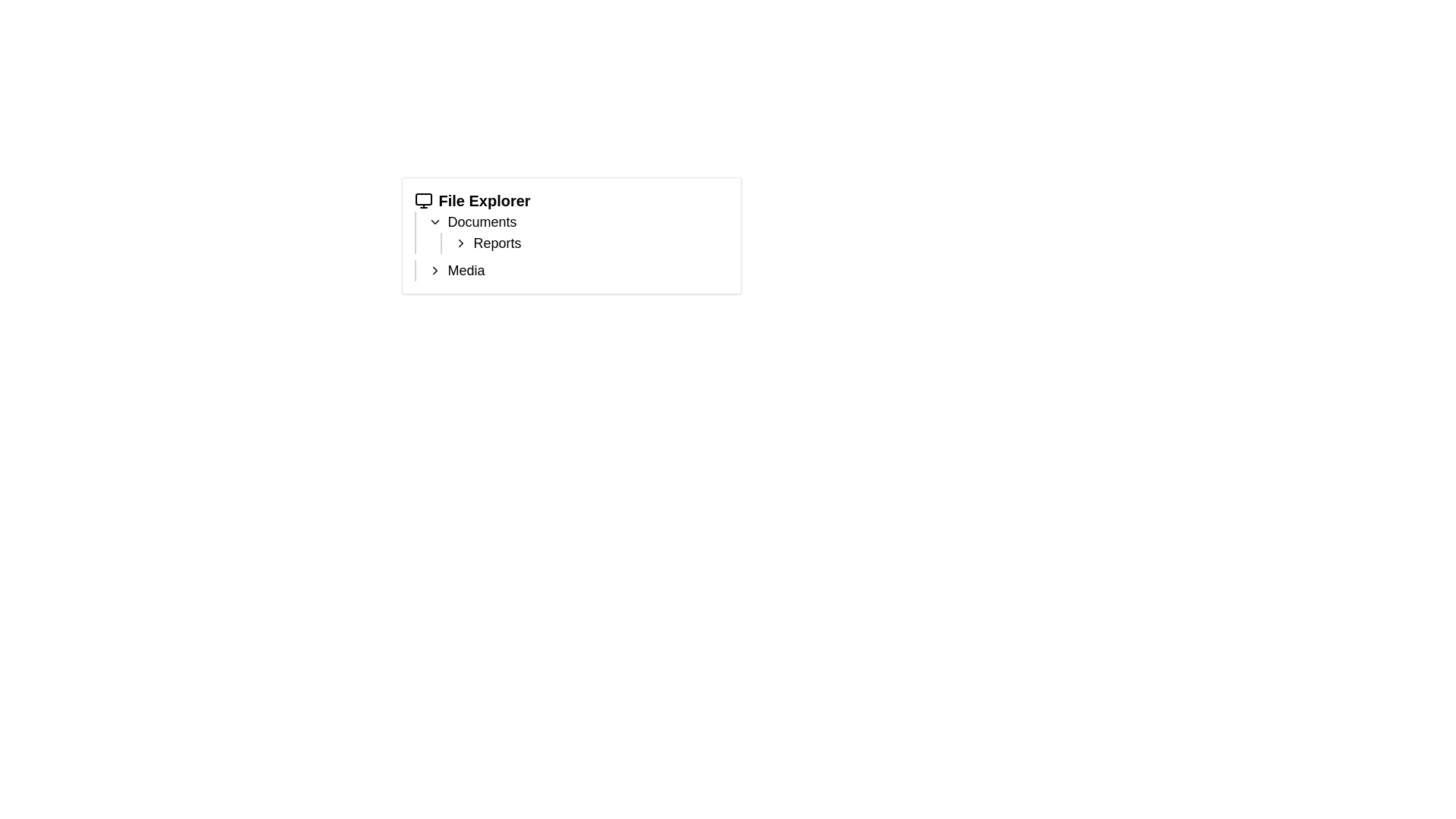 Image resolution: width=1456 pixels, height=819 pixels. What do you see at coordinates (434, 222) in the screenshot?
I see `the Chevron icon` at bounding box center [434, 222].